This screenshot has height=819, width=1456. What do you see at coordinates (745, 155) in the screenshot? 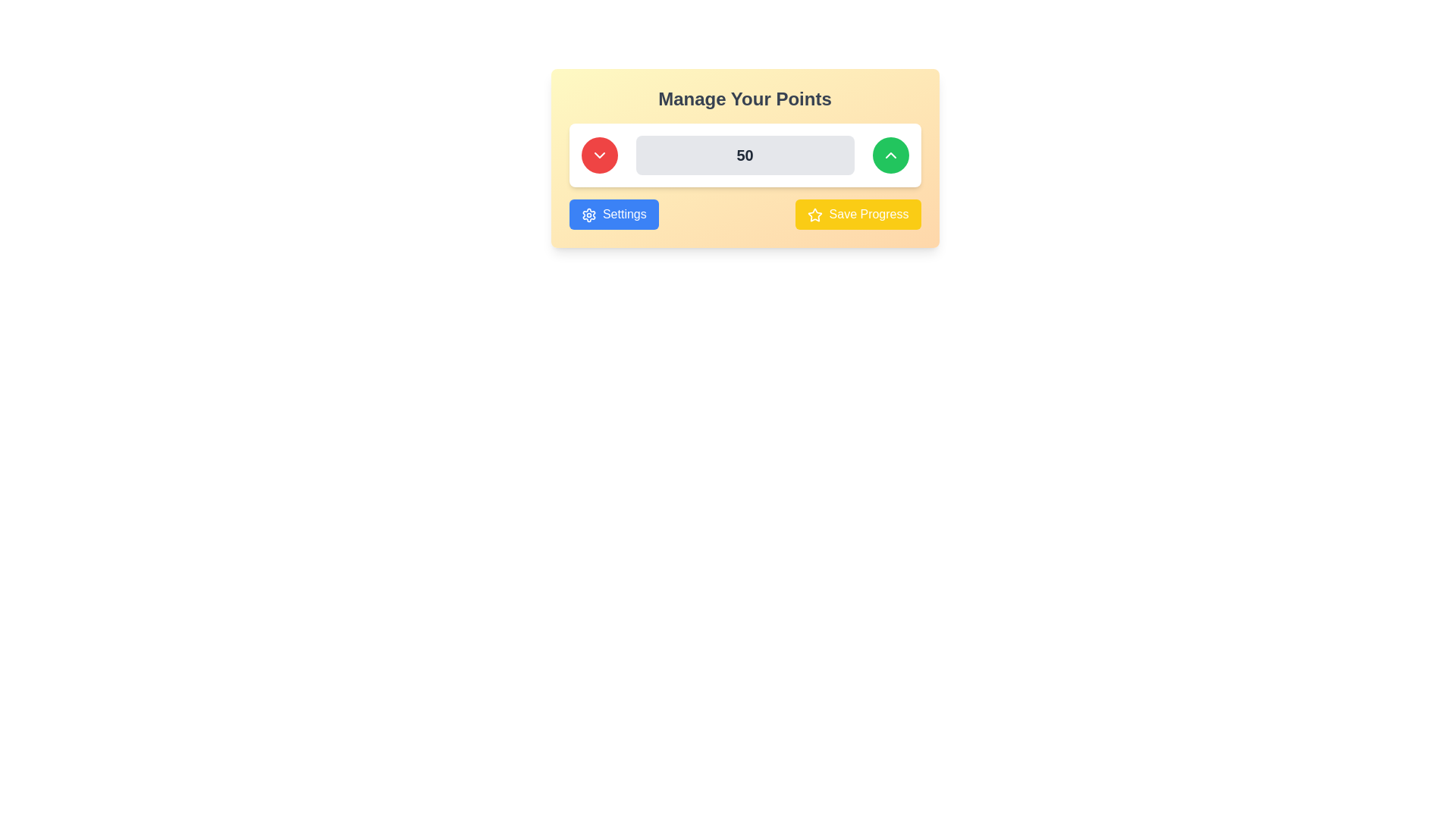
I see `the numeric display of the counter control` at bounding box center [745, 155].